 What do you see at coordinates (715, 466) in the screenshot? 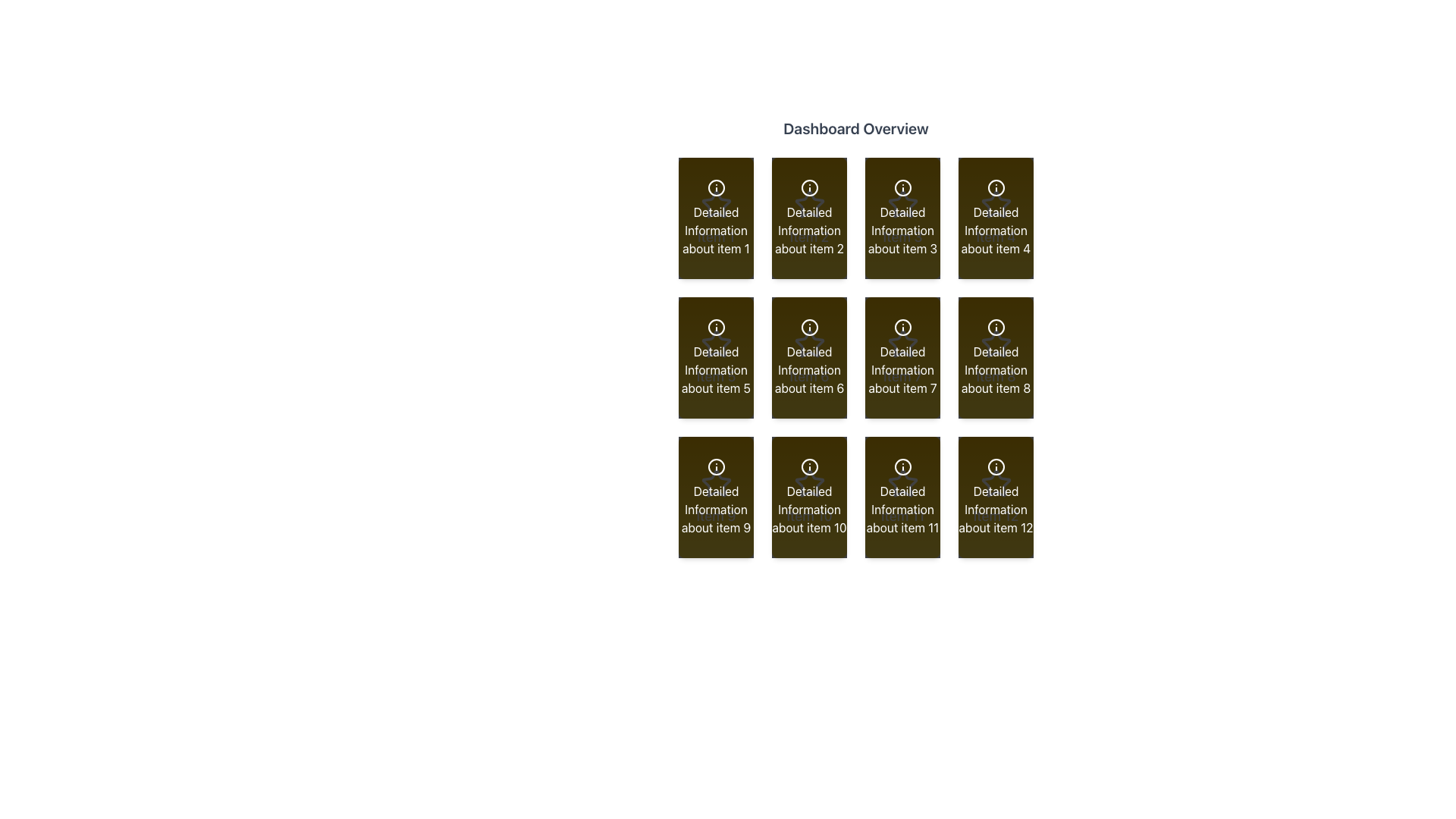
I see `styling of the informational icon located at the top-center of the ninth card in a 4x3 grid layout, which is positioned directly above the card text` at bounding box center [715, 466].